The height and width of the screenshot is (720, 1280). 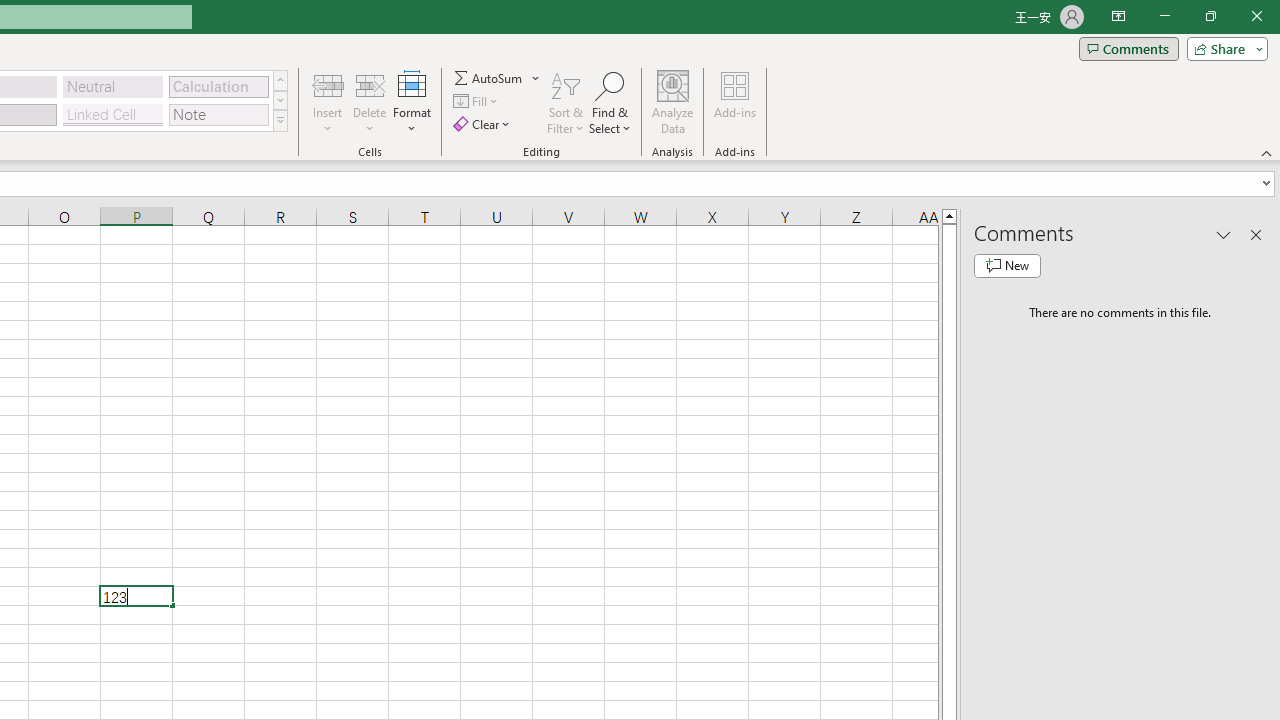 What do you see at coordinates (411, 103) in the screenshot?
I see `'Format'` at bounding box center [411, 103].